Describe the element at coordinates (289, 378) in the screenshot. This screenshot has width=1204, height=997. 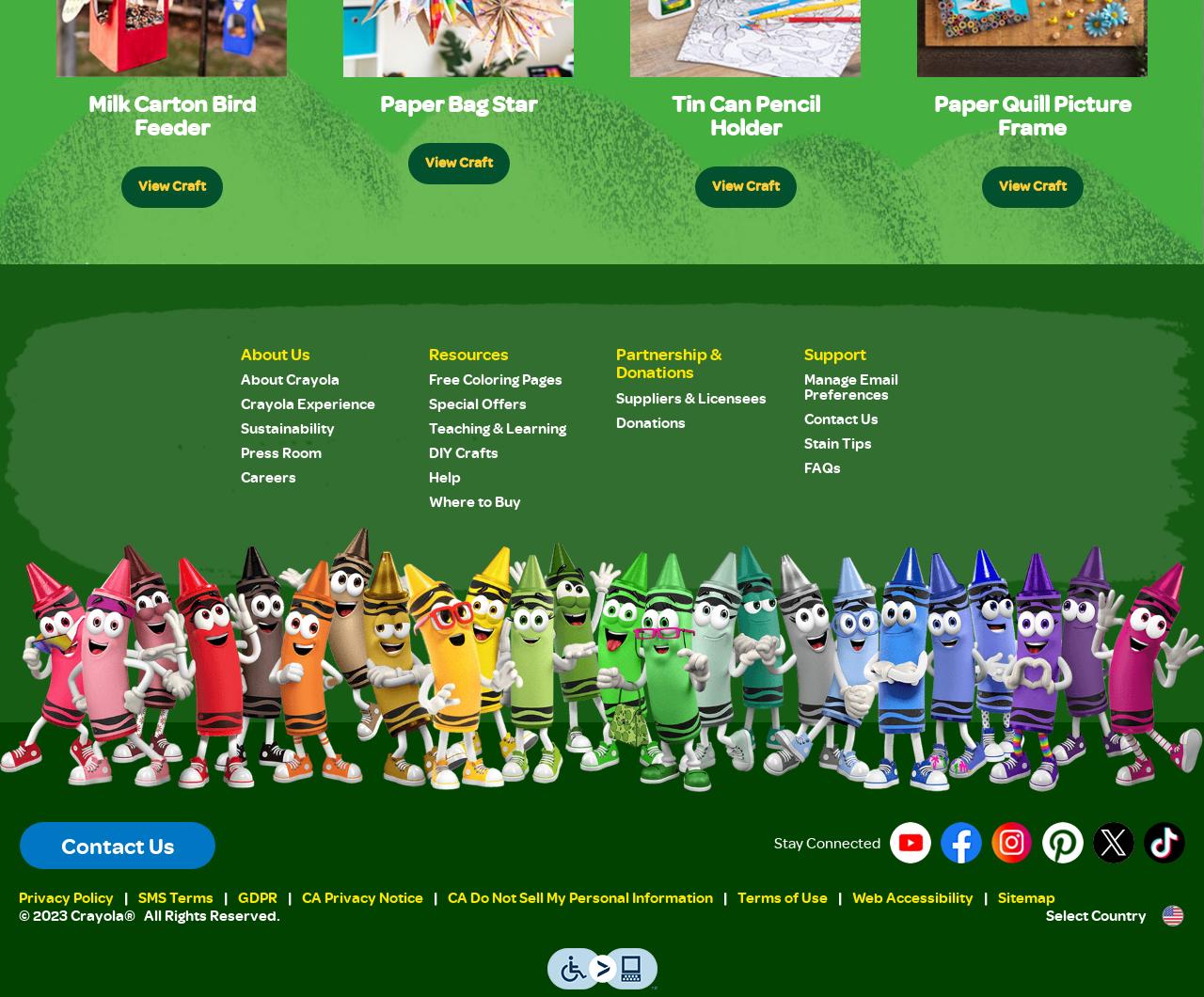
I see `'About Crayola'` at that location.